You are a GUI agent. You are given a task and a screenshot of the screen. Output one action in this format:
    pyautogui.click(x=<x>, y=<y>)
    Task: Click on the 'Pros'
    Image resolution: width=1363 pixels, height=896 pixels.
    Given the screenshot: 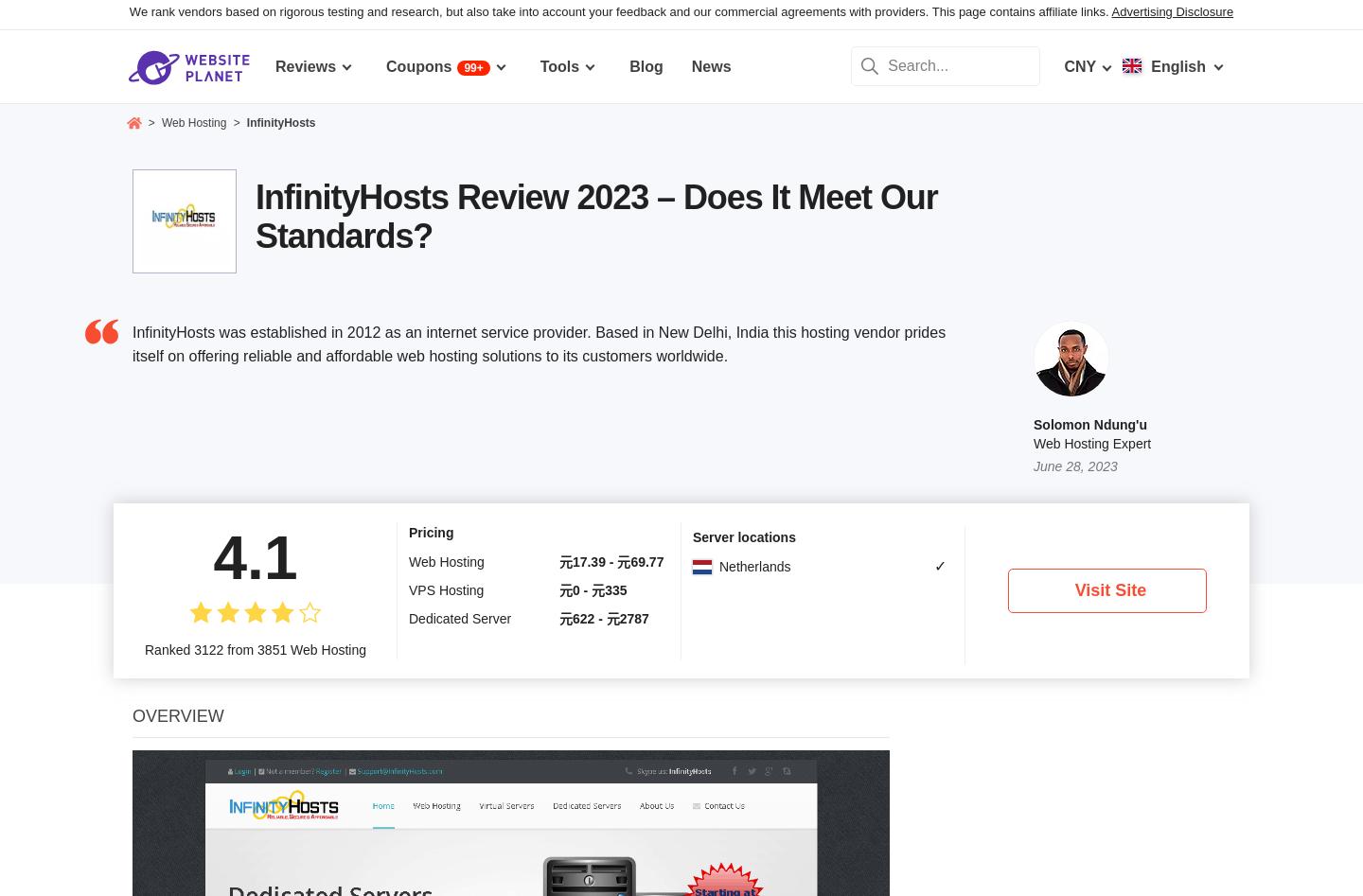 What is the action you would take?
    pyautogui.click(x=152, y=389)
    